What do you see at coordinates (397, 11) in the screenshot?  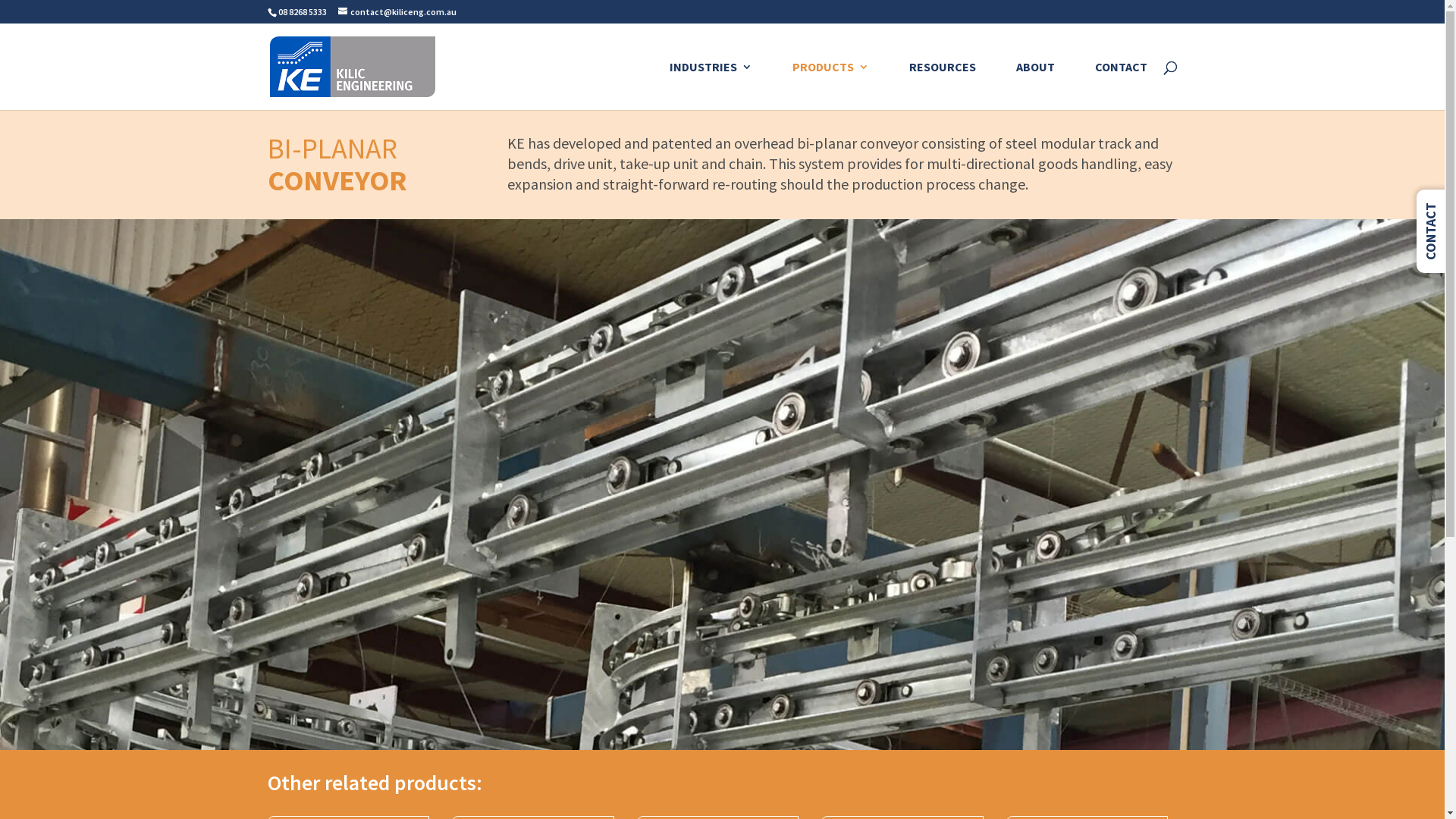 I see `'contact@kiliceng.com.au'` at bounding box center [397, 11].